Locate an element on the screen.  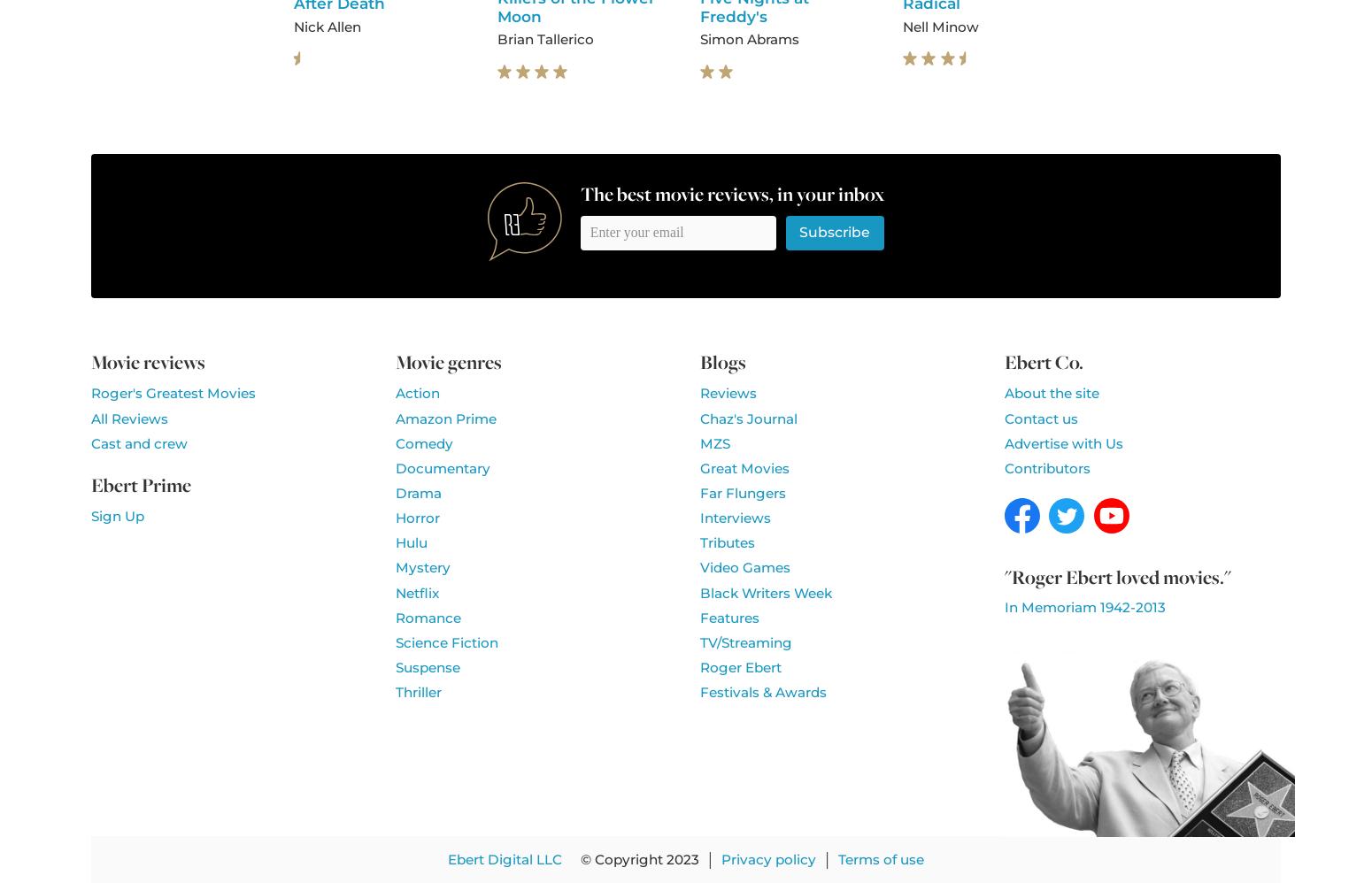
'Amazon Prime' is located at coordinates (443, 417).